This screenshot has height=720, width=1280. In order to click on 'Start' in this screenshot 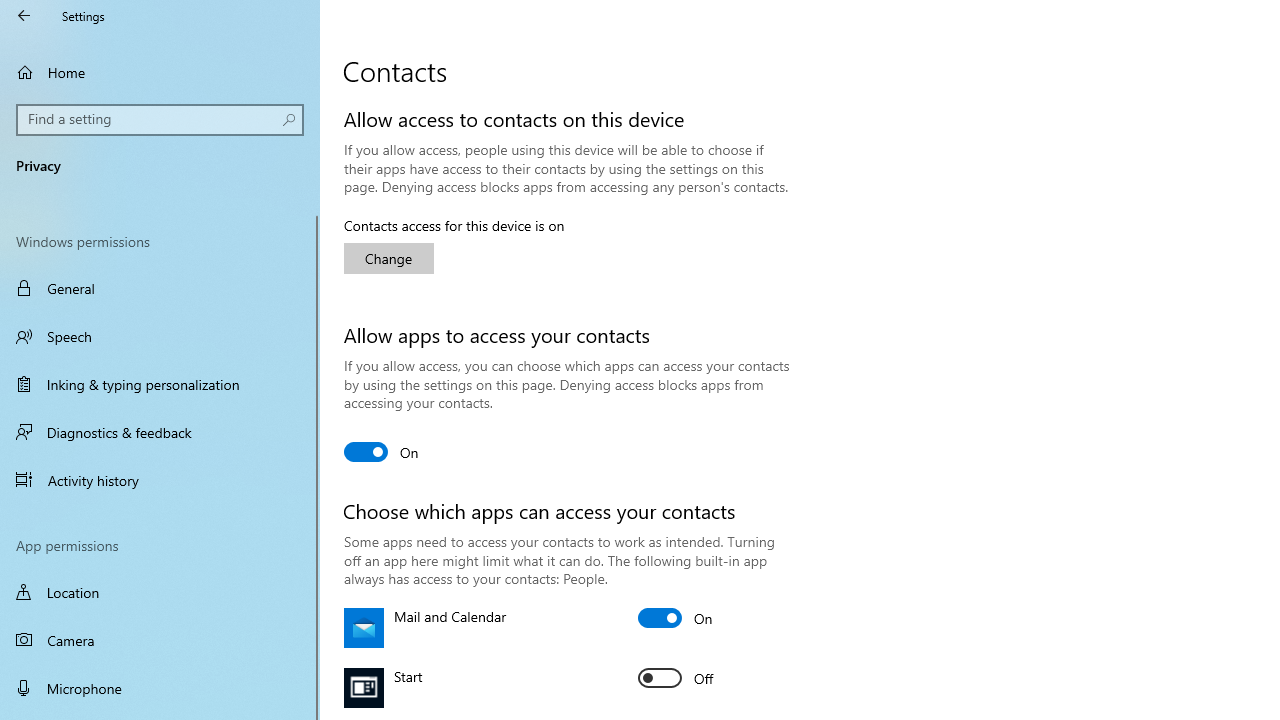, I will do `click(675, 676)`.